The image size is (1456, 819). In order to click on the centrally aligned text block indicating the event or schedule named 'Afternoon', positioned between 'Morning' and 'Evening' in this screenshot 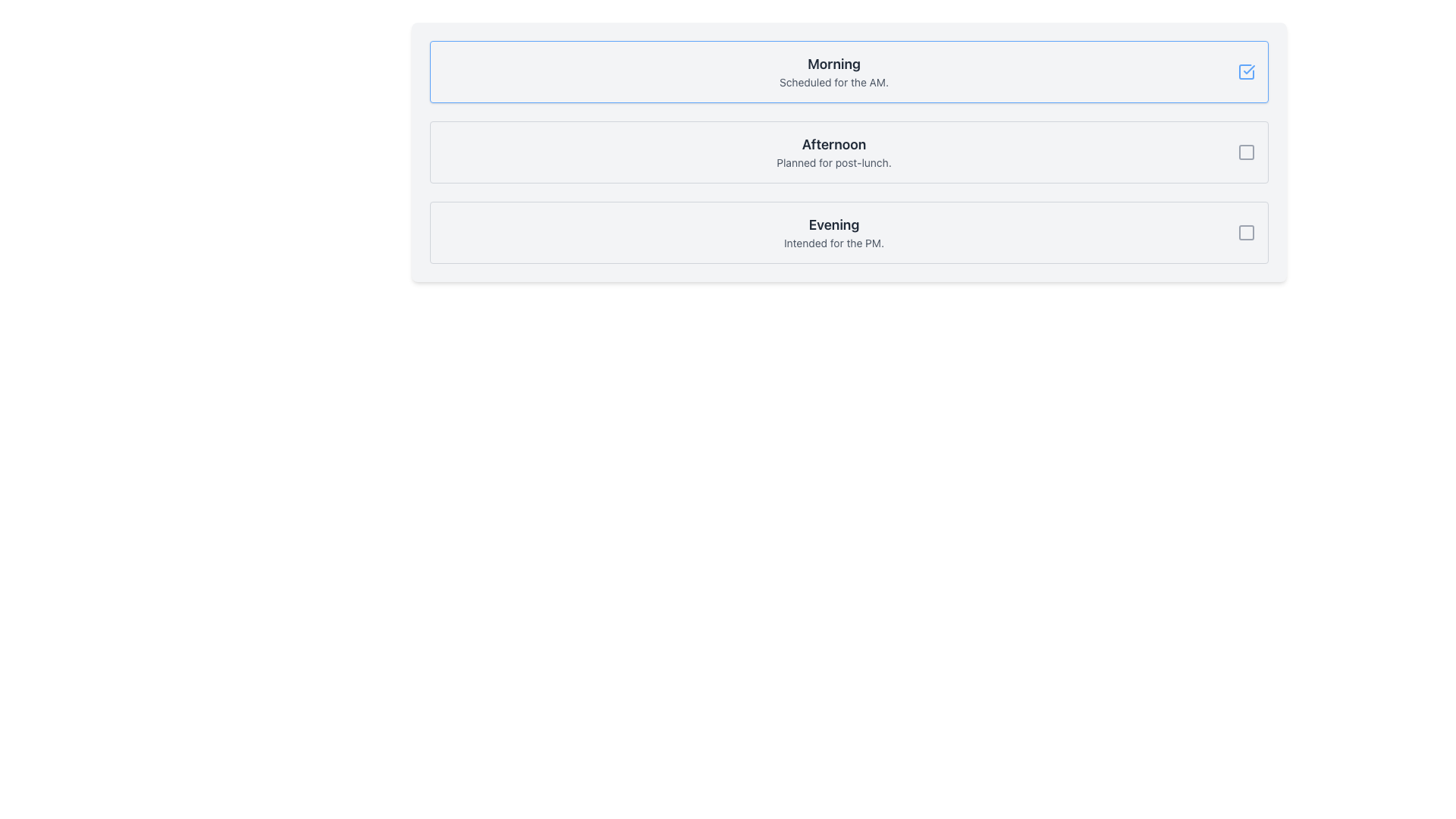, I will do `click(833, 152)`.